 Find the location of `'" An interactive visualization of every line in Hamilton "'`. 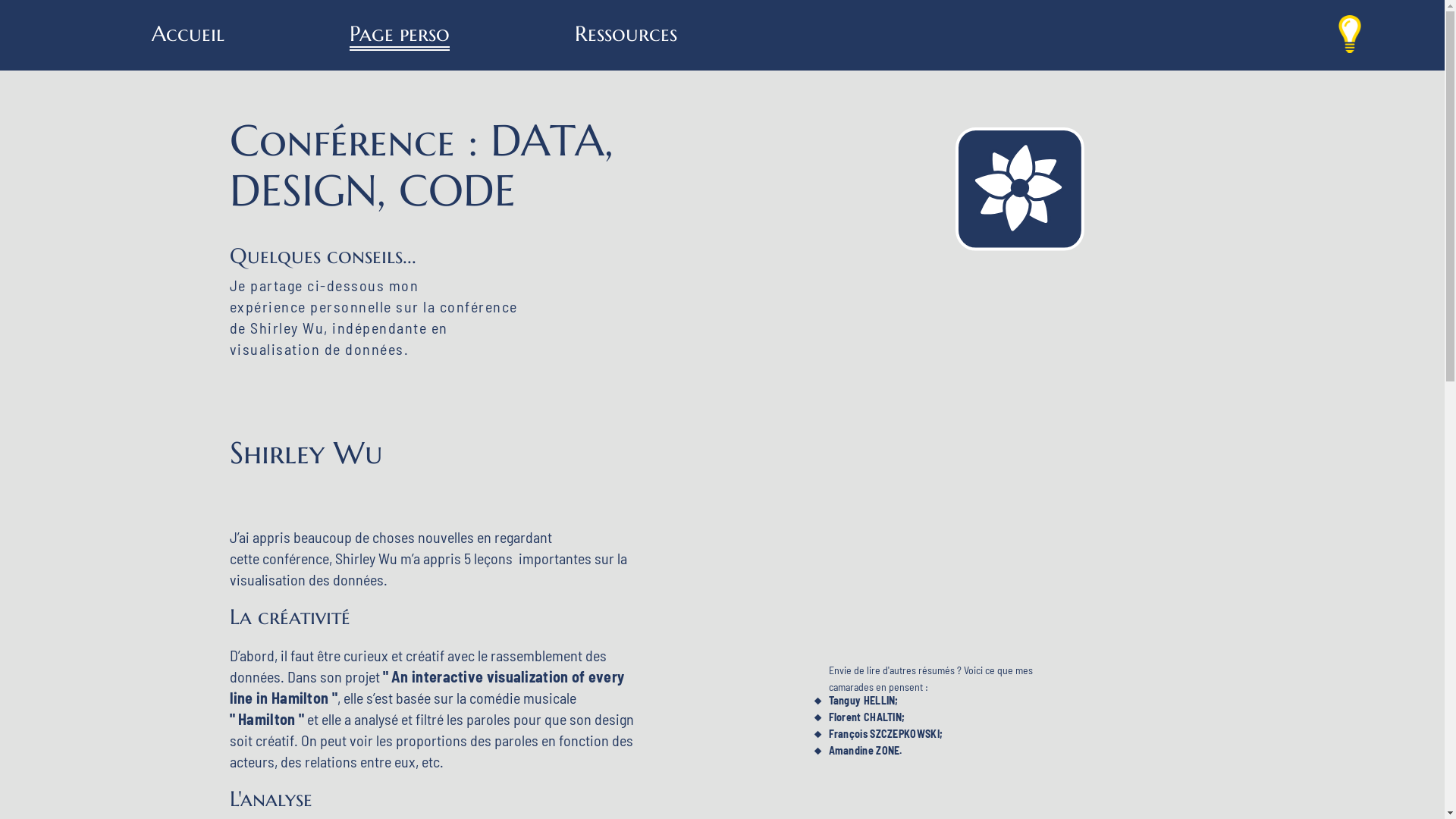

'" An interactive visualization of every line in Hamilton "' is located at coordinates (425, 687).